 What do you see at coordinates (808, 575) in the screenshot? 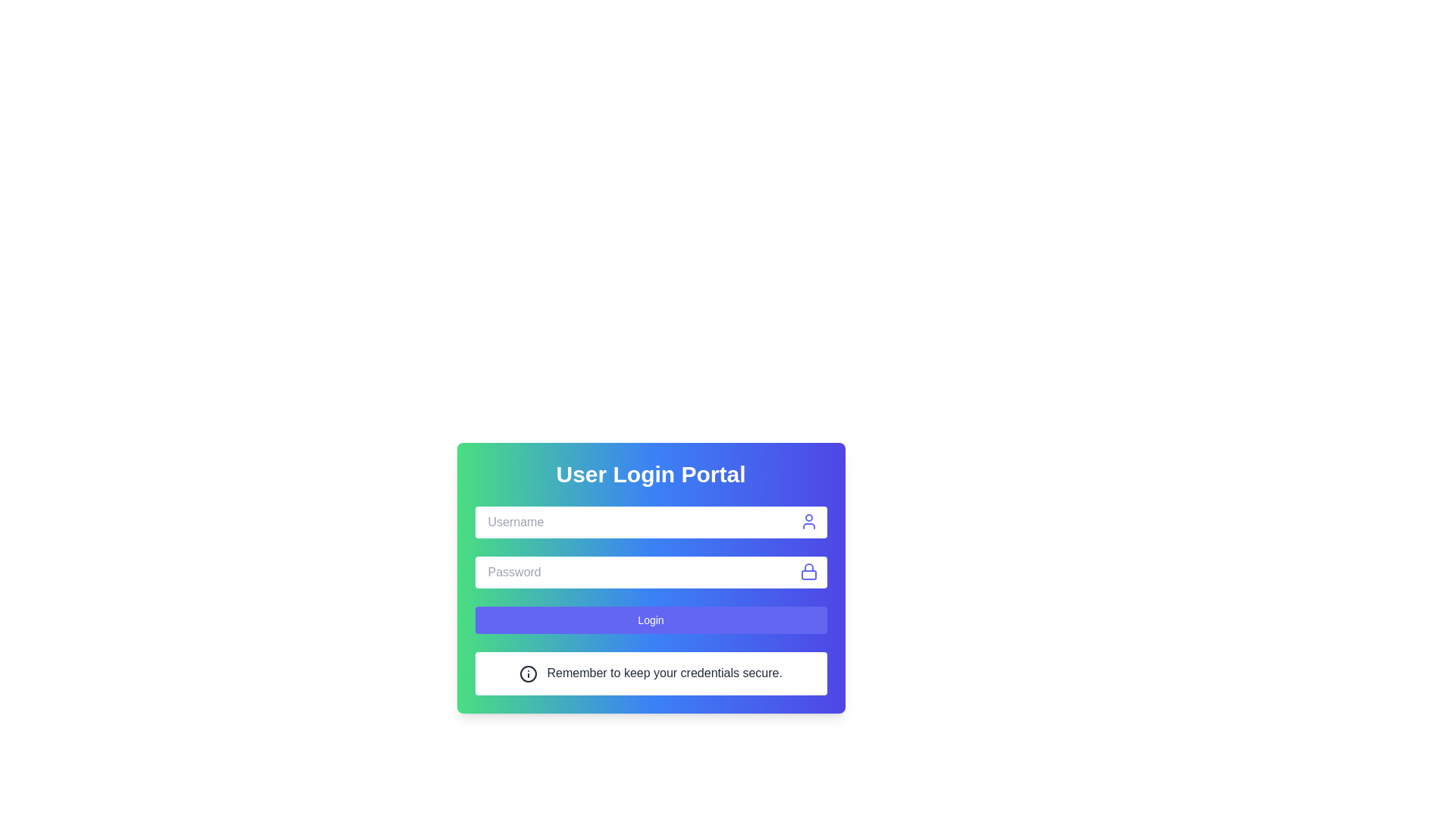
I see `the small rectangular element that is part of the purple lock icon located to the right of the password field in the login interface, emphasizing its function related to security` at bounding box center [808, 575].